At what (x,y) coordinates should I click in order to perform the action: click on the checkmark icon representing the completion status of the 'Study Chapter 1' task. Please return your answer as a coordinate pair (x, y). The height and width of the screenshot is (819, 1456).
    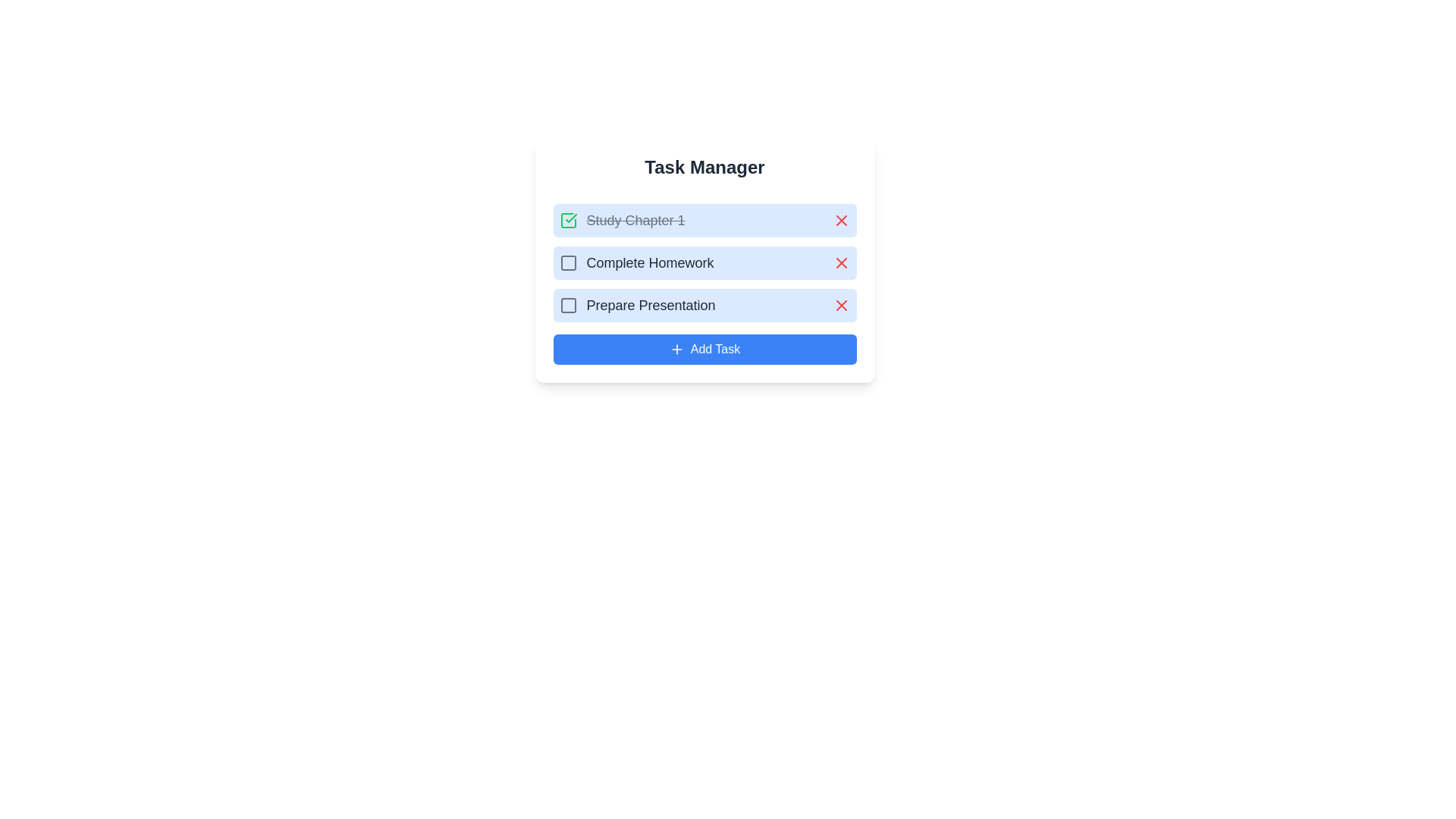
    Looking at the image, I should click on (570, 218).